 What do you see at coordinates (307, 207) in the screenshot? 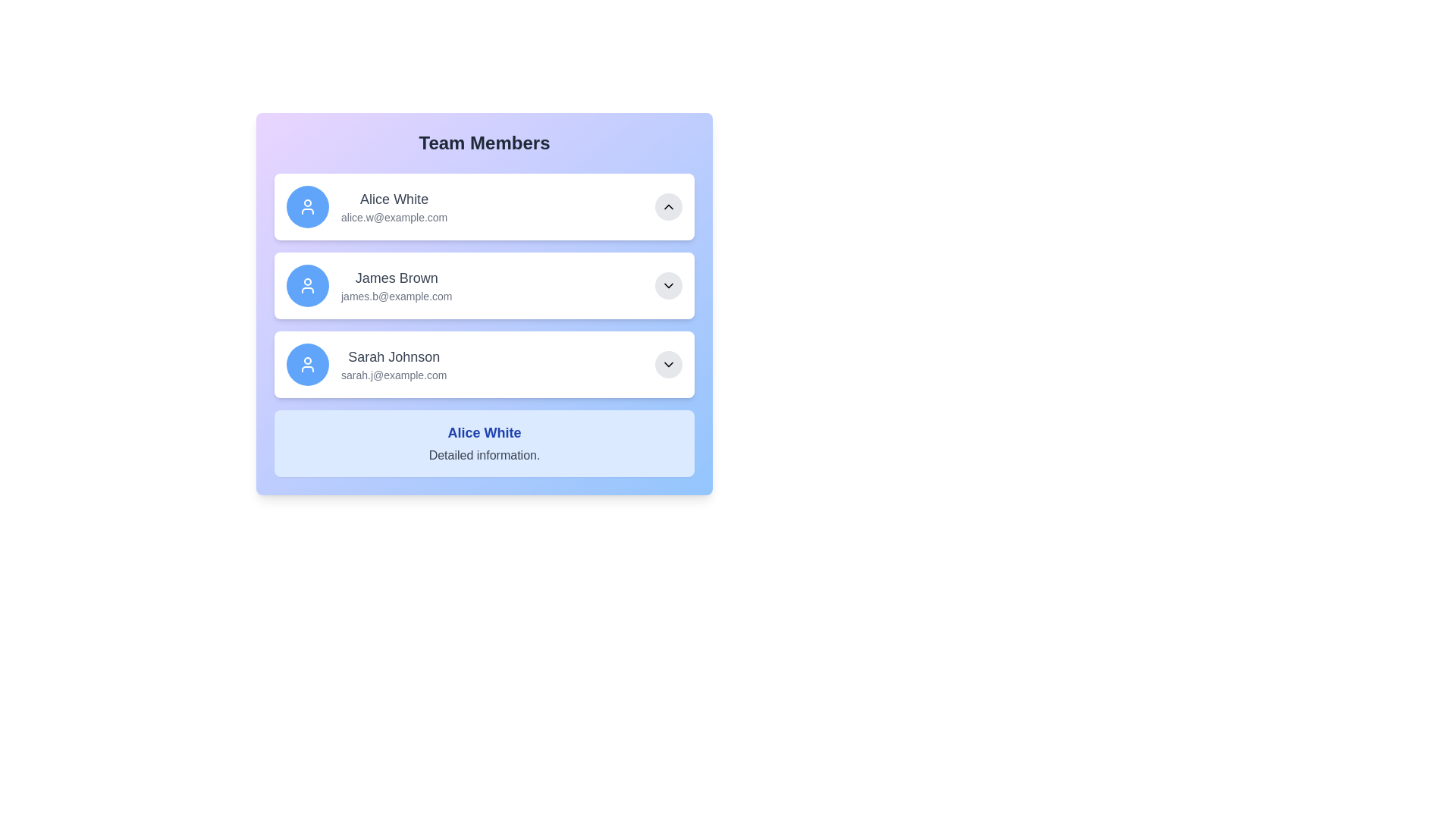
I see `the circular user profile icon with a blue background located at the leftmost part of the first list item in the 'Team Members' section, which aligns with 'Alice White' and 'alice.w@example.com'` at bounding box center [307, 207].